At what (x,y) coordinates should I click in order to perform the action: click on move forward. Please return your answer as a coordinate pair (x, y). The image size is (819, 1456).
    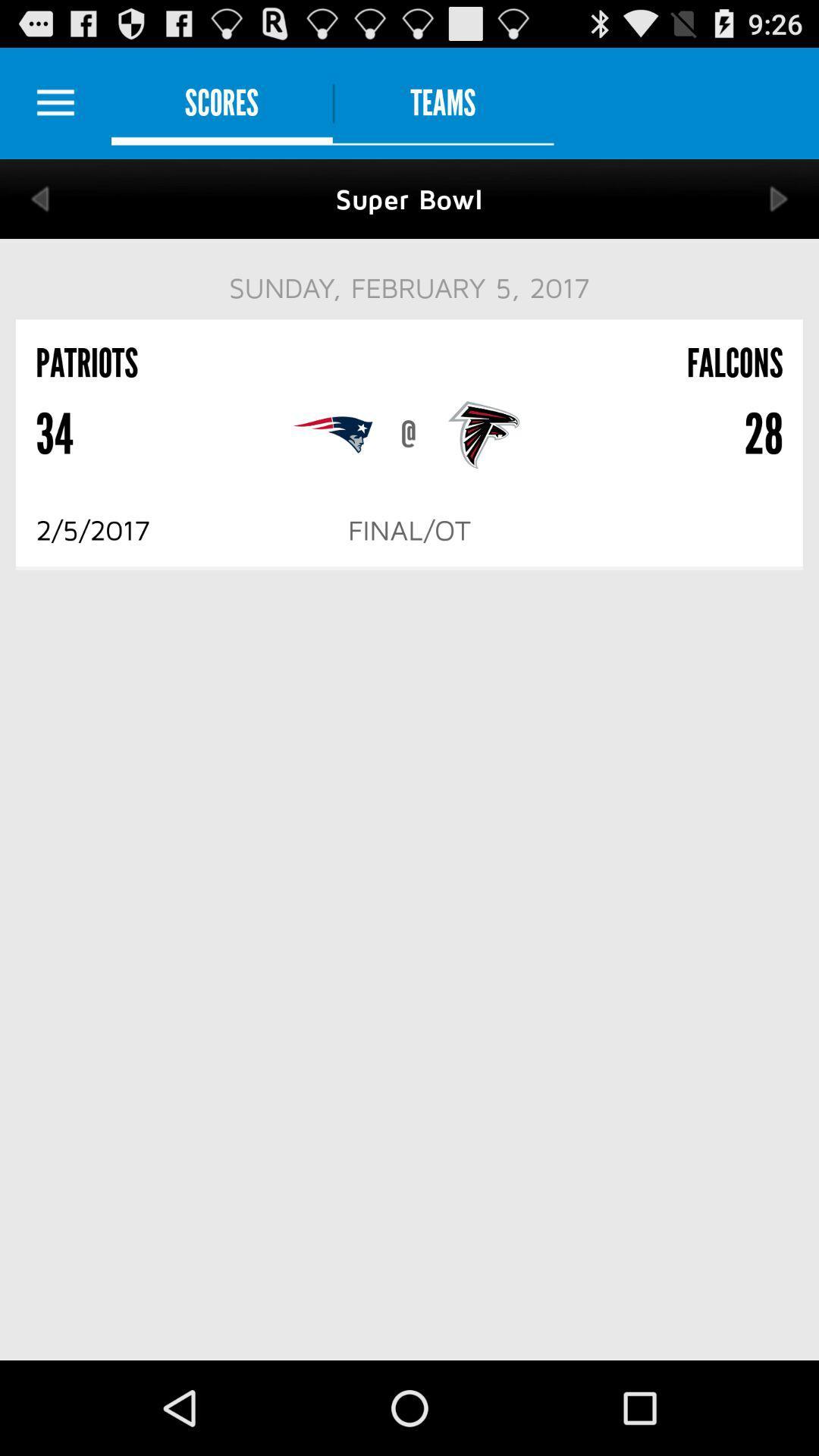
    Looking at the image, I should click on (779, 198).